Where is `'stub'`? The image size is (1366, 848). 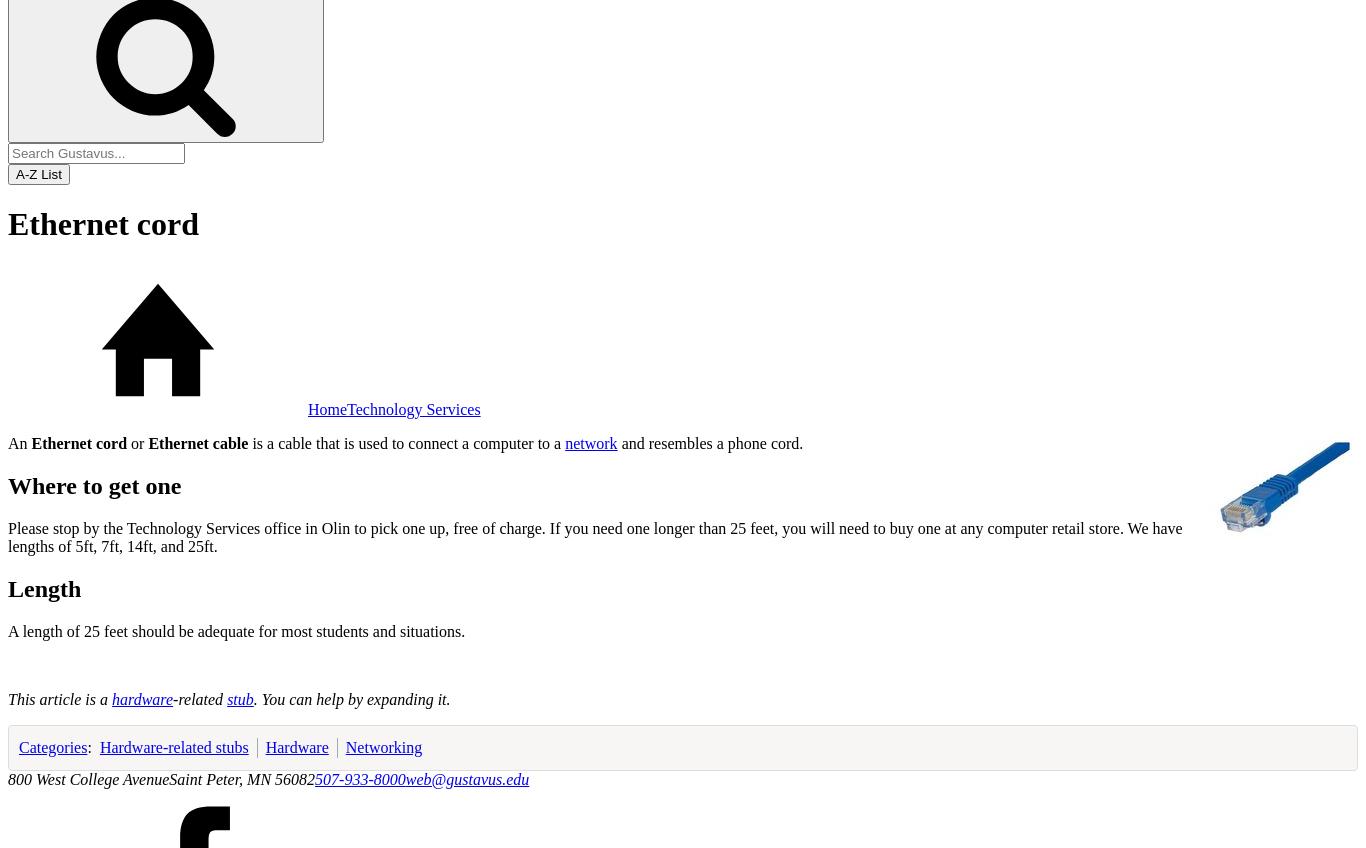
'stub' is located at coordinates (240, 698).